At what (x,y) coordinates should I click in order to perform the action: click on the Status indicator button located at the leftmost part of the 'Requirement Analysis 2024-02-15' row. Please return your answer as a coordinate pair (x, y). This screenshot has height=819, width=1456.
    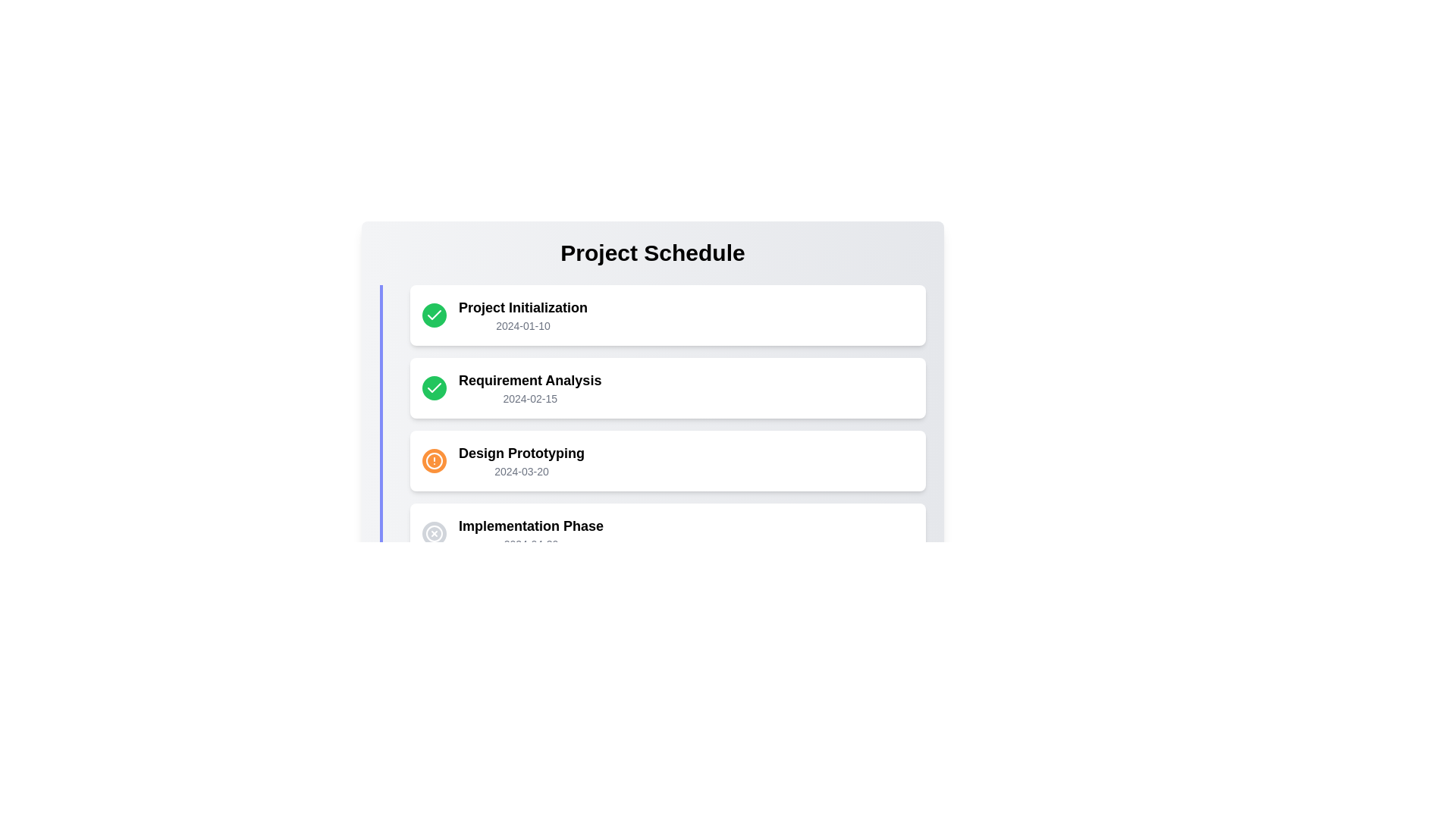
    Looking at the image, I should click on (433, 388).